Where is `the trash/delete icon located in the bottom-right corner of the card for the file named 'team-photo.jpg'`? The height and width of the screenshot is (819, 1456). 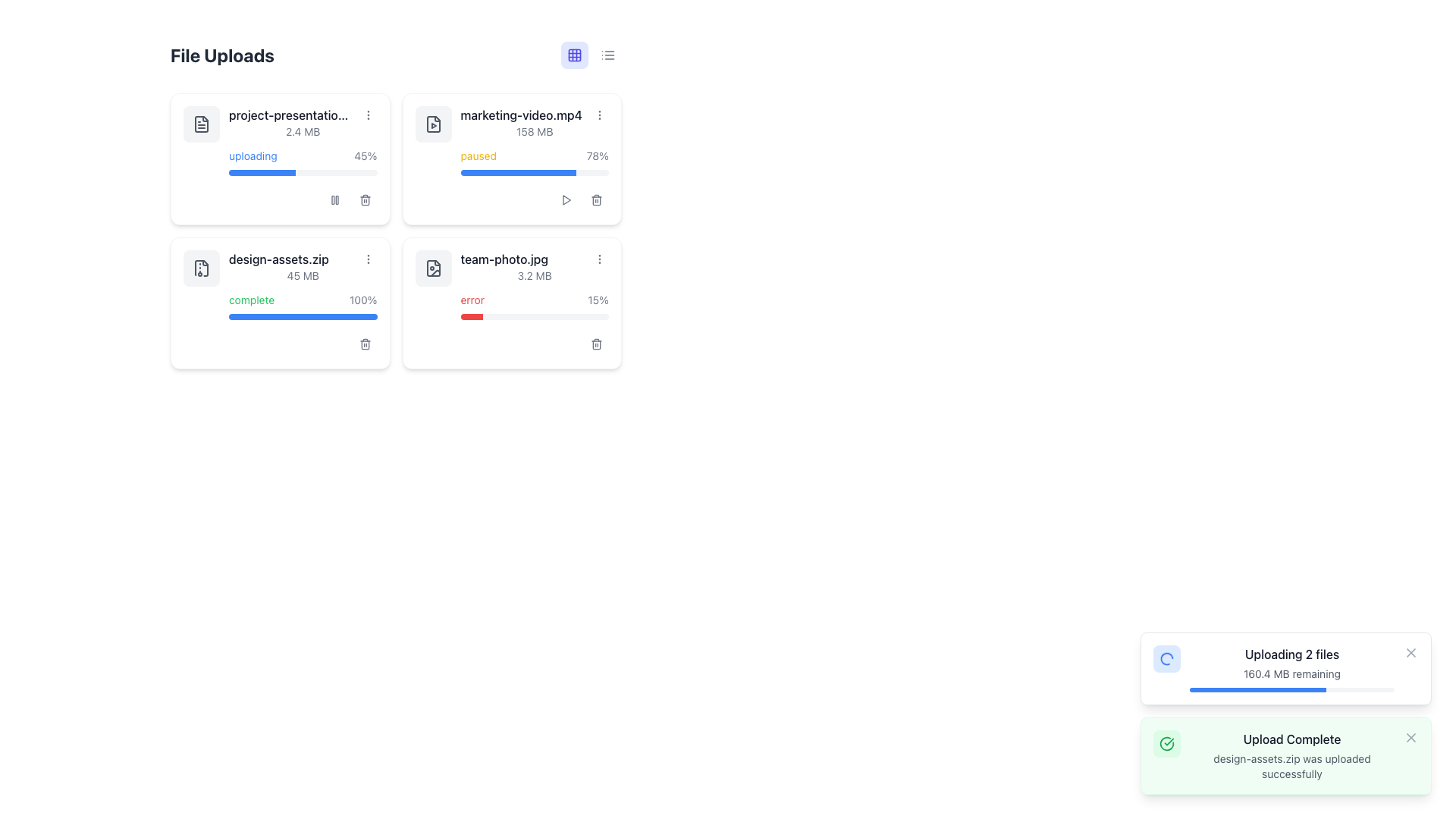
the trash/delete icon located in the bottom-right corner of the card for the file named 'team-photo.jpg' is located at coordinates (596, 344).